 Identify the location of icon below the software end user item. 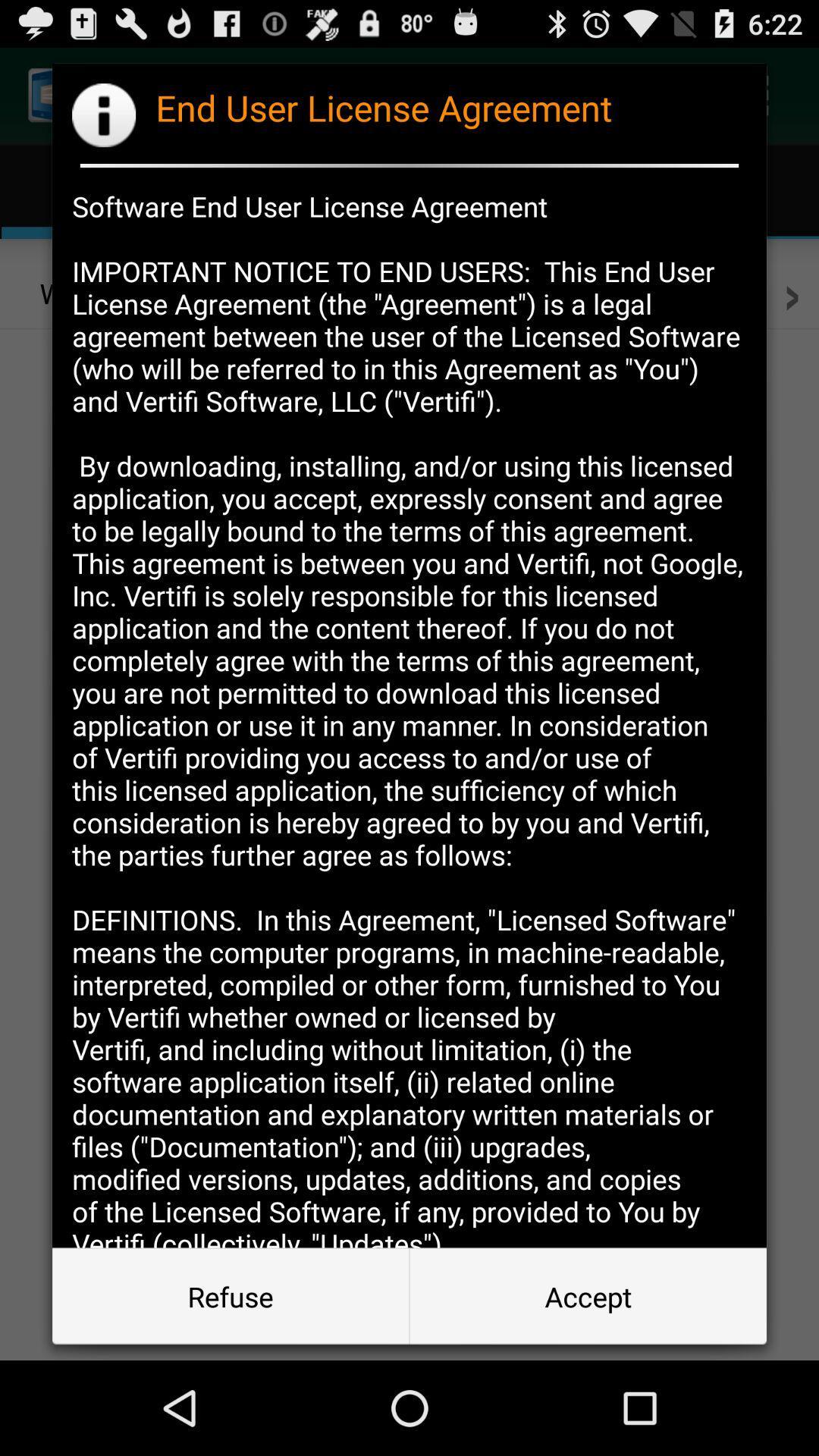
(231, 1295).